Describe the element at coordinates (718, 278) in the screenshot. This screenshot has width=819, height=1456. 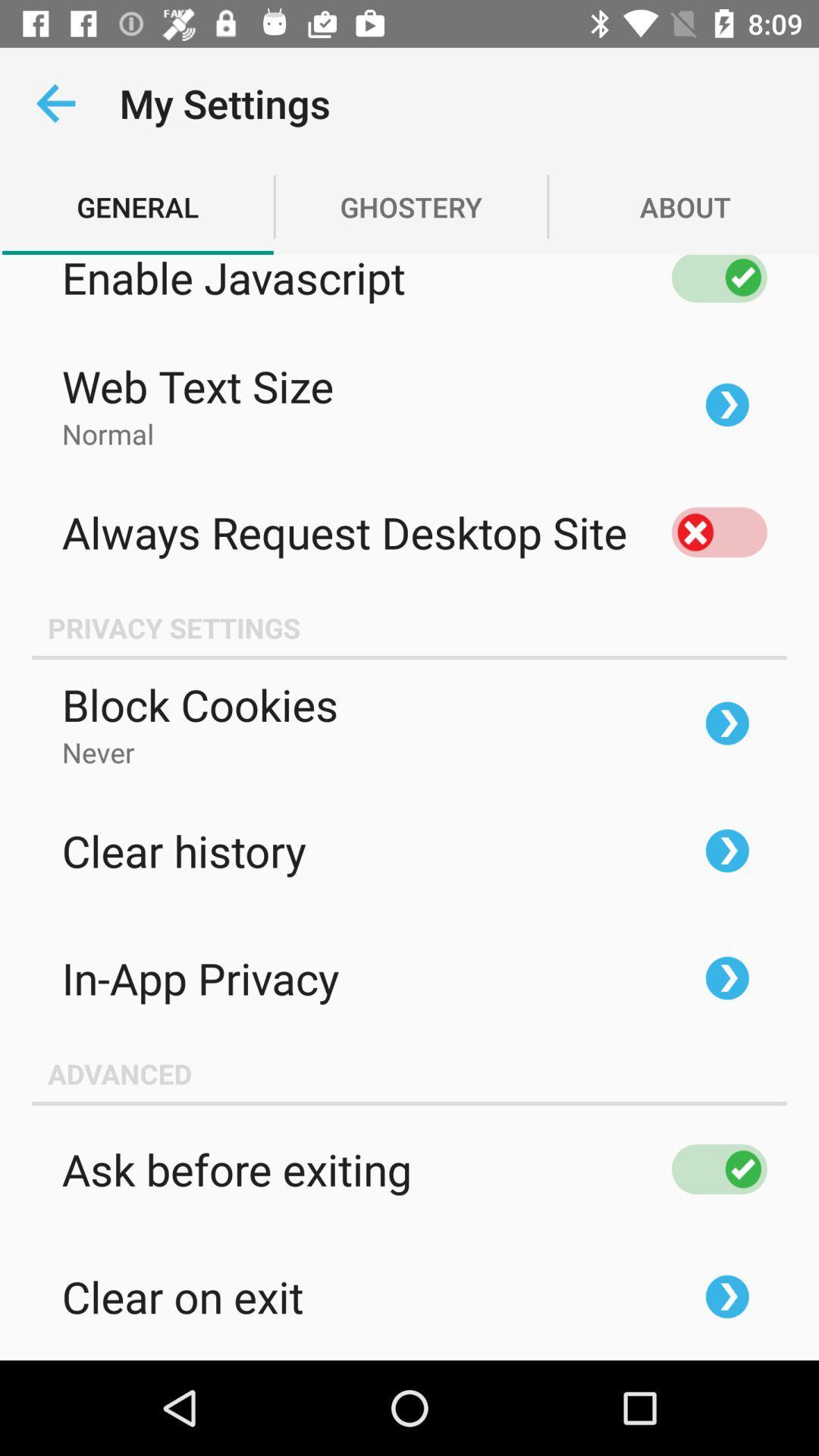
I see `switch off` at that location.